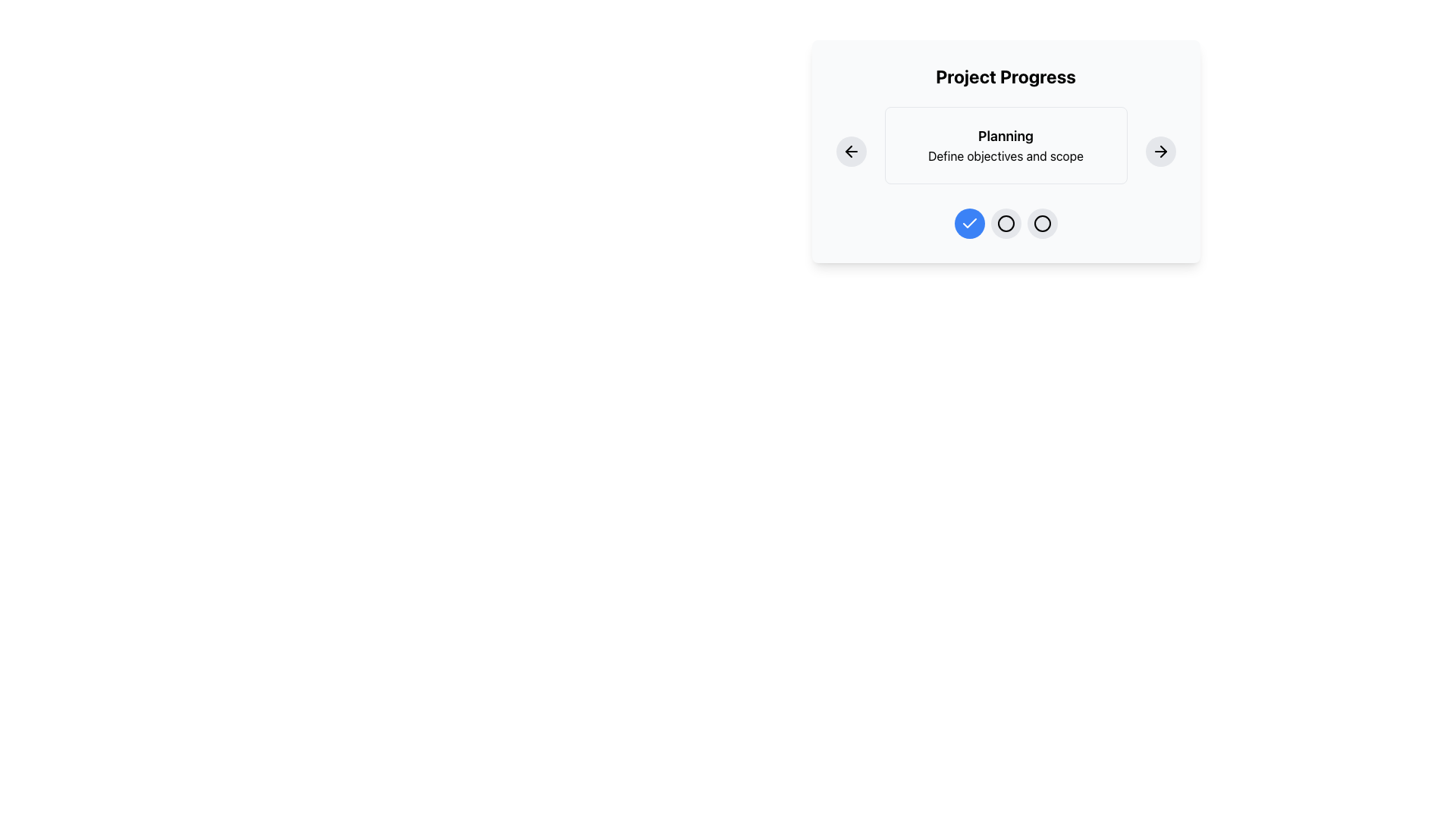 The height and width of the screenshot is (819, 1456). Describe the element at coordinates (968, 223) in the screenshot. I see `the blue circular icon with a white checkmark` at that location.